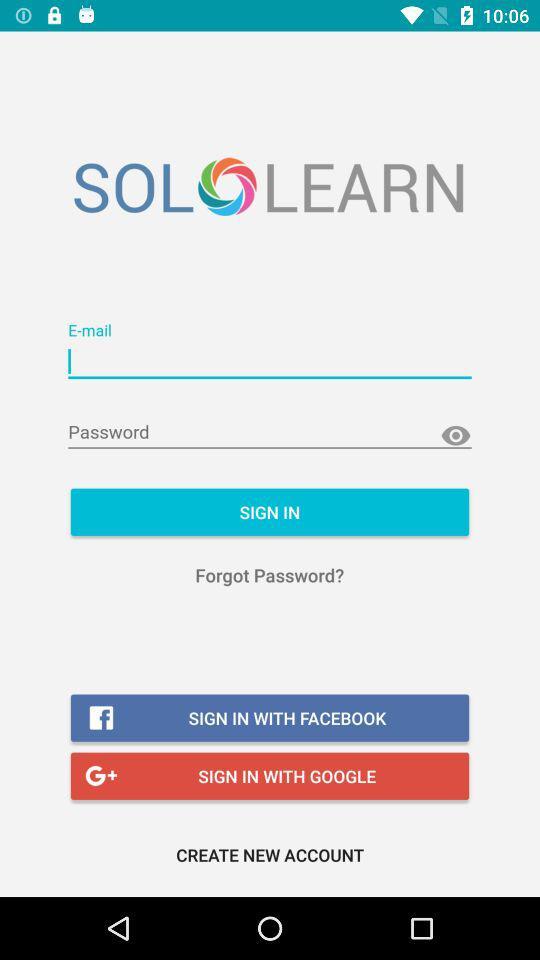  I want to click on forgot password?, so click(269, 575).